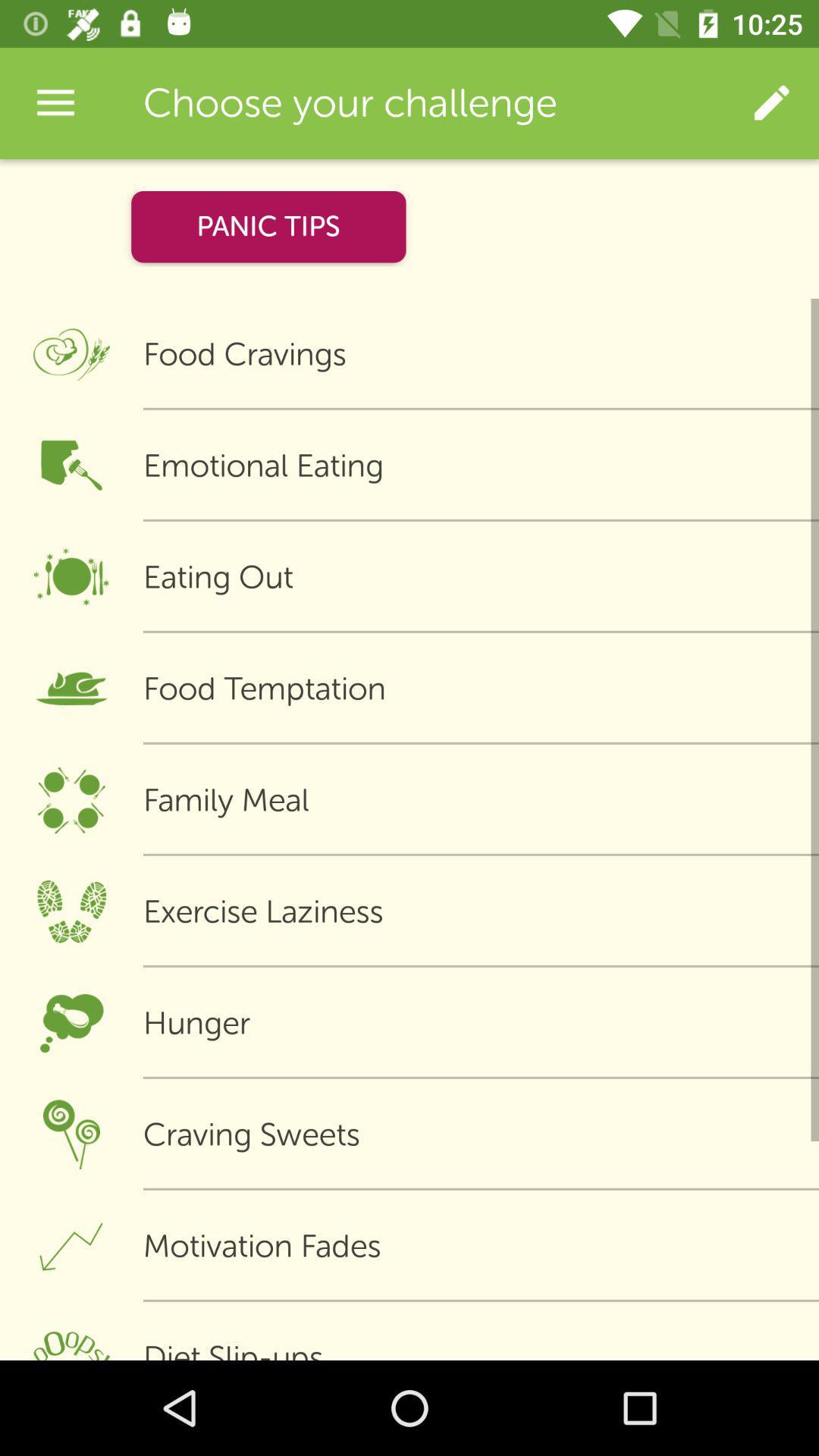 The width and height of the screenshot is (819, 1456). Describe the element at coordinates (268, 226) in the screenshot. I see `the icon below the choose your challenge icon` at that location.